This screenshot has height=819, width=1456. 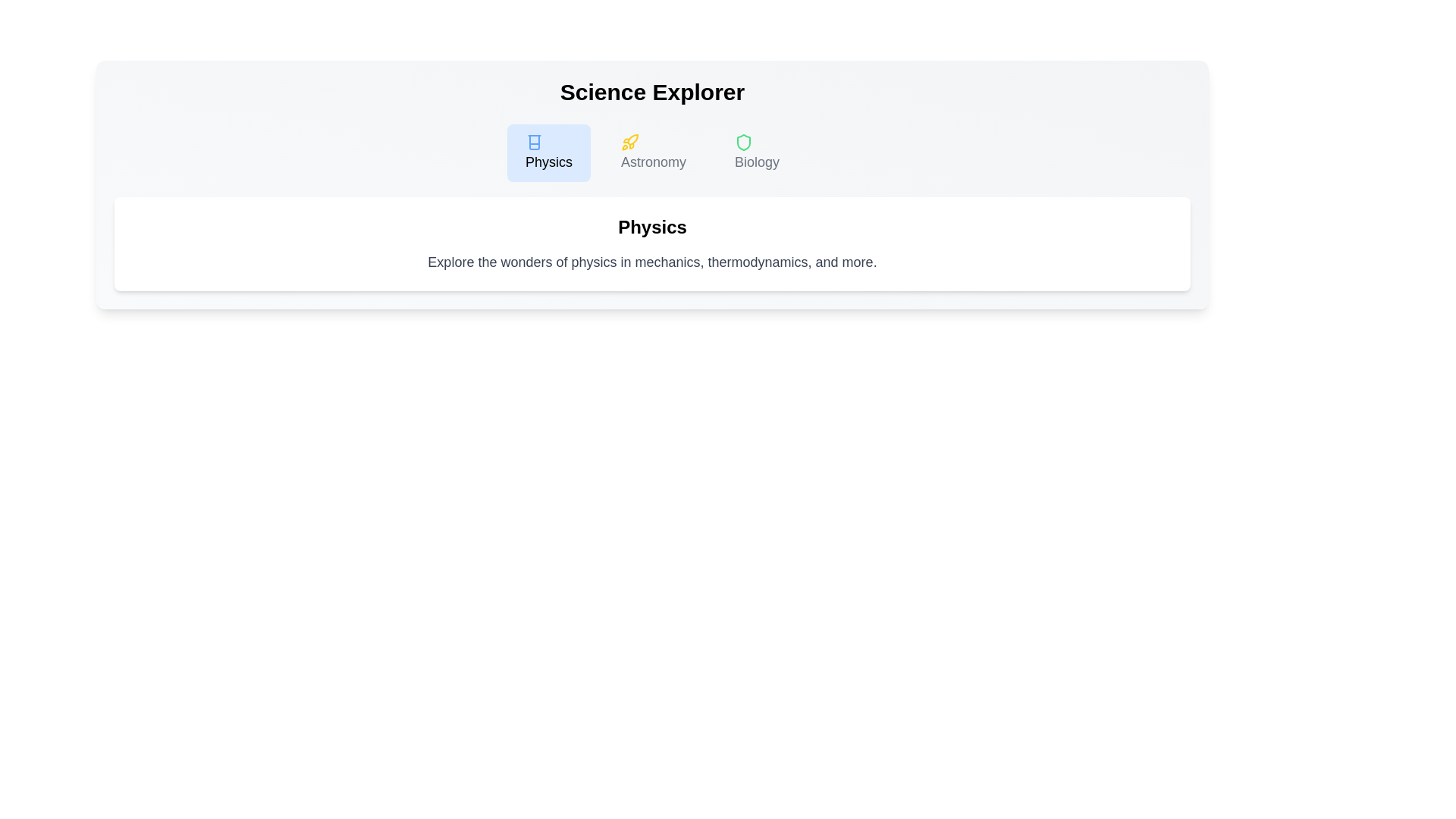 I want to click on the Physics tab by clicking on its respective button, so click(x=548, y=152).